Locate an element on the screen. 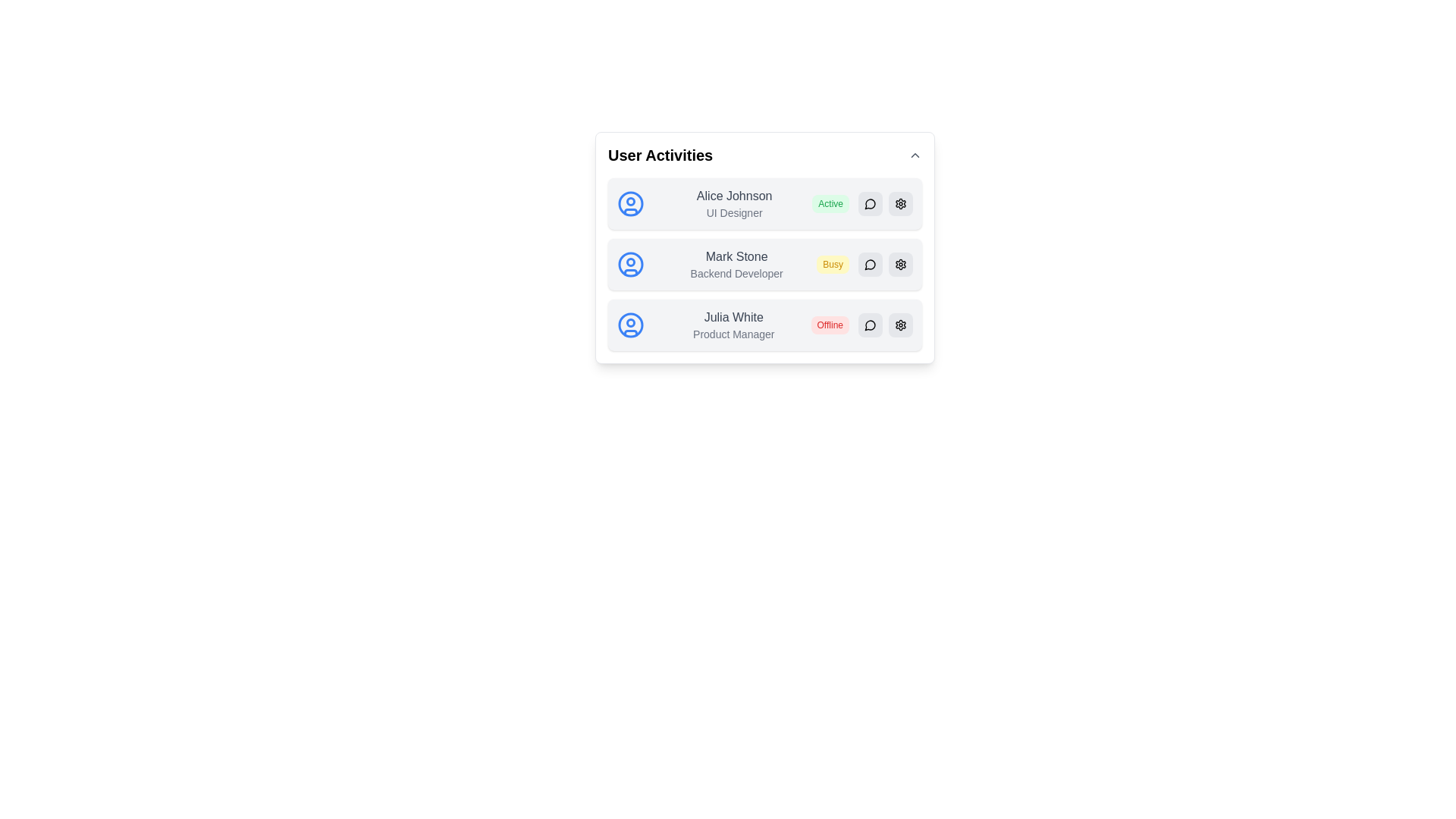 The image size is (1456, 819). displayed information from the Text block that shows user details, specifically located in the second row of the user activity list under the header 'User Activities', positioned between 'Alice Johnson' and 'Julia White' is located at coordinates (736, 263).